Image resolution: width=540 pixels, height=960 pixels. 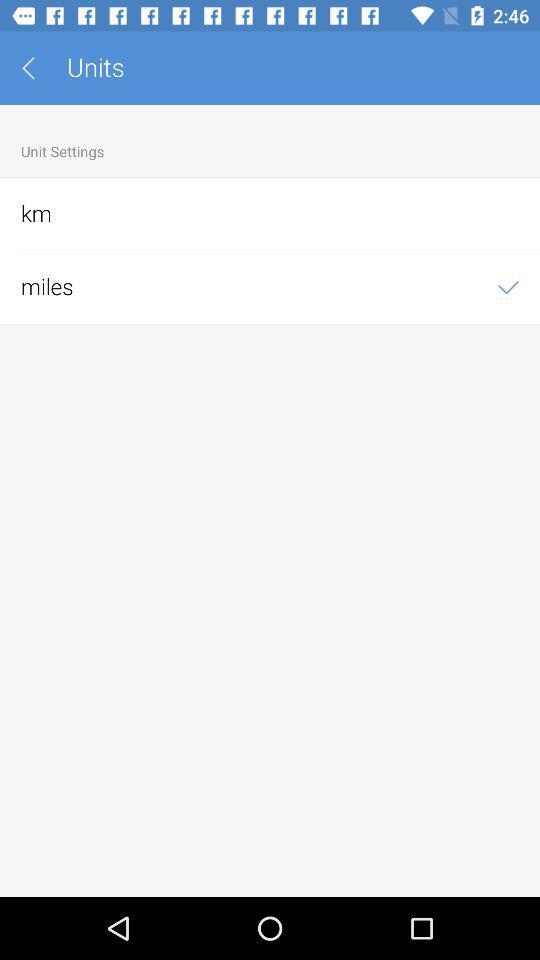 What do you see at coordinates (35, 68) in the screenshot?
I see `the arrow_backward icon` at bounding box center [35, 68].